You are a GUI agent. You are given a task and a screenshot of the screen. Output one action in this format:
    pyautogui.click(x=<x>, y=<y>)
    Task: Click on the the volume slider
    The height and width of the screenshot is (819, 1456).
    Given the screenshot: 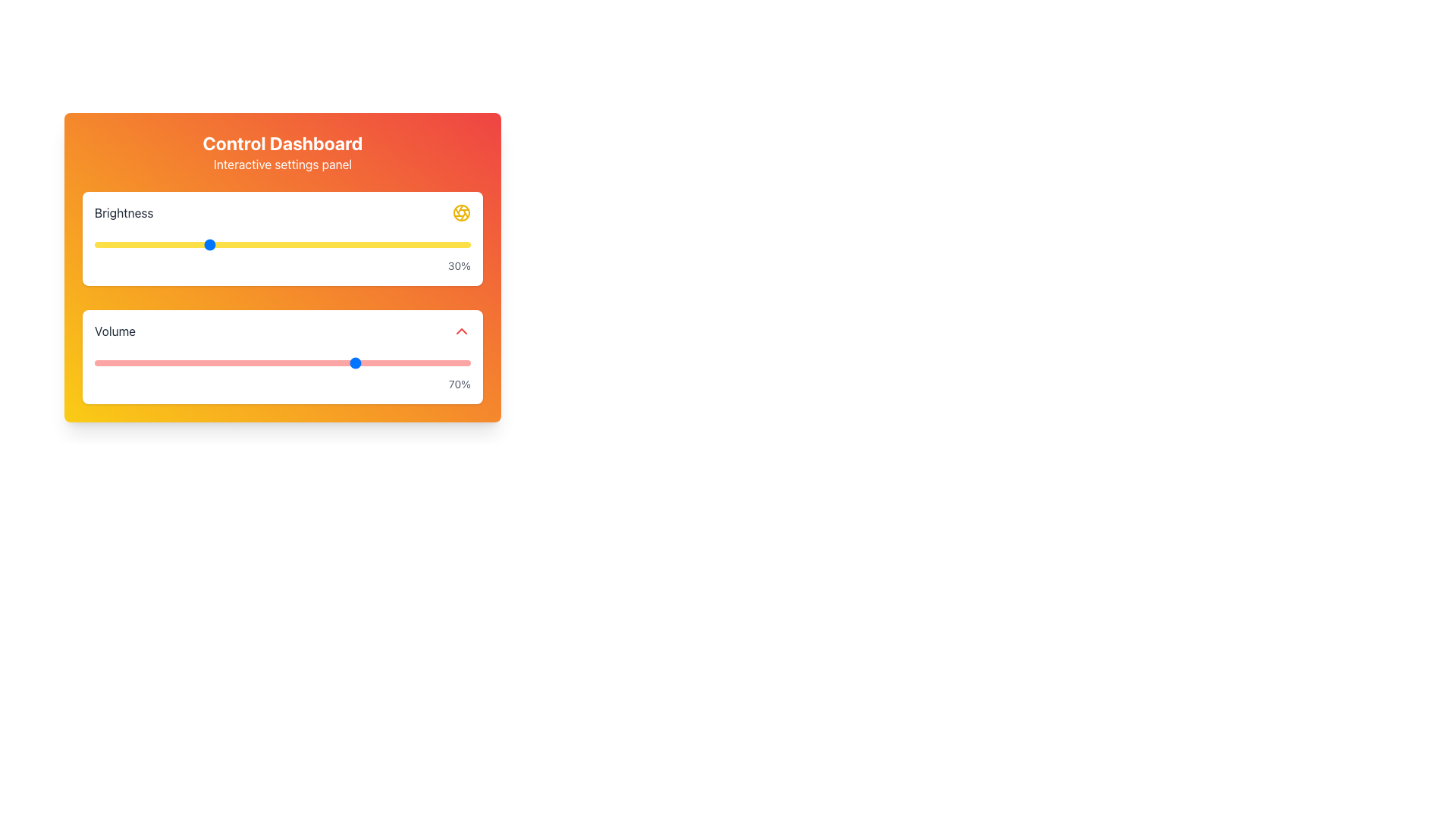 What is the action you would take?
    pyautogui.click(x=218, y=362)
    